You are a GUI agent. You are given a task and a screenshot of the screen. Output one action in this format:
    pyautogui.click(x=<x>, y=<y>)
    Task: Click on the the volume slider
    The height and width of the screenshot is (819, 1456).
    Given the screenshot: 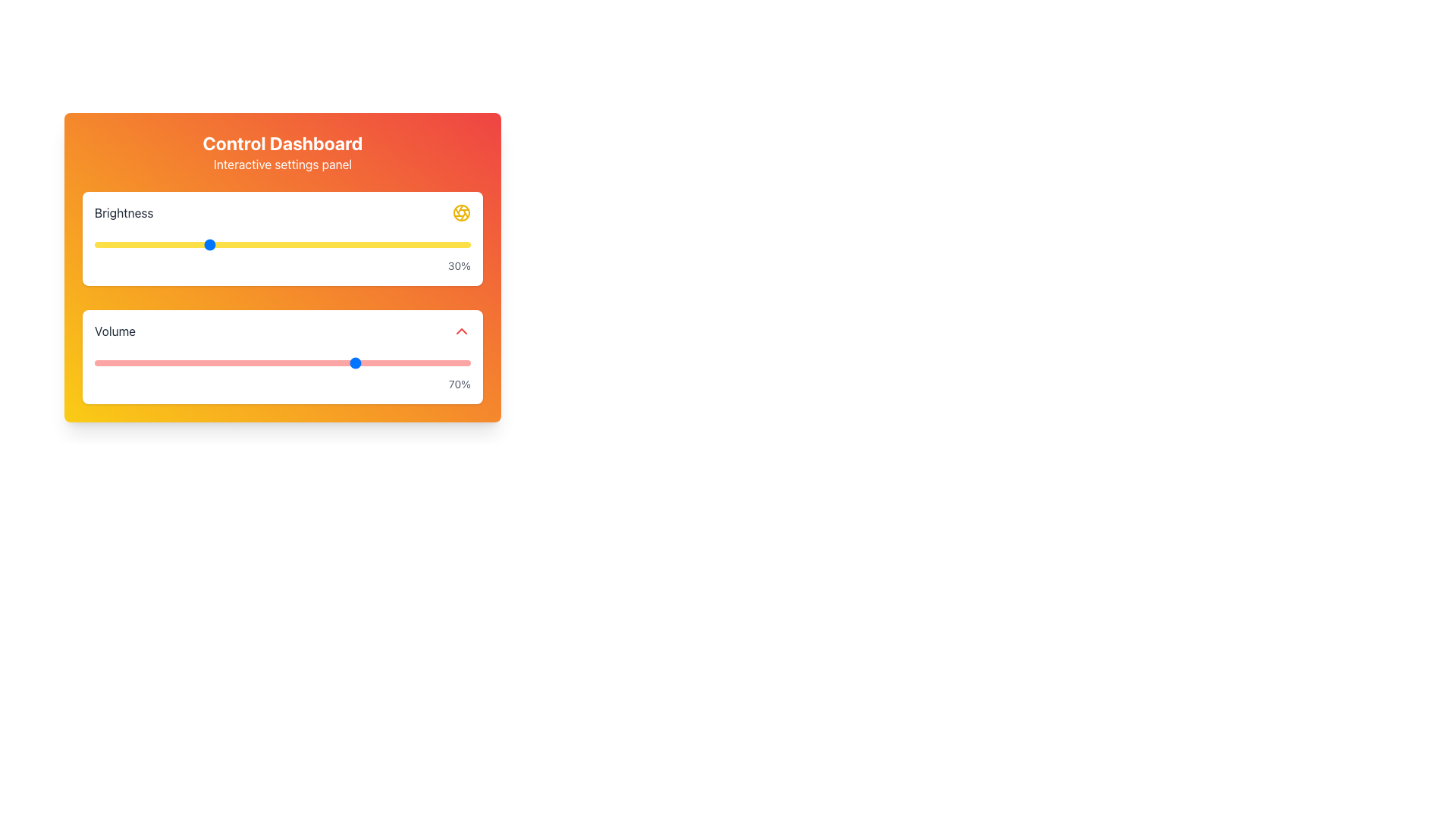 What is the action you would take?
    pyautogui.click(x=218, y=362)
    